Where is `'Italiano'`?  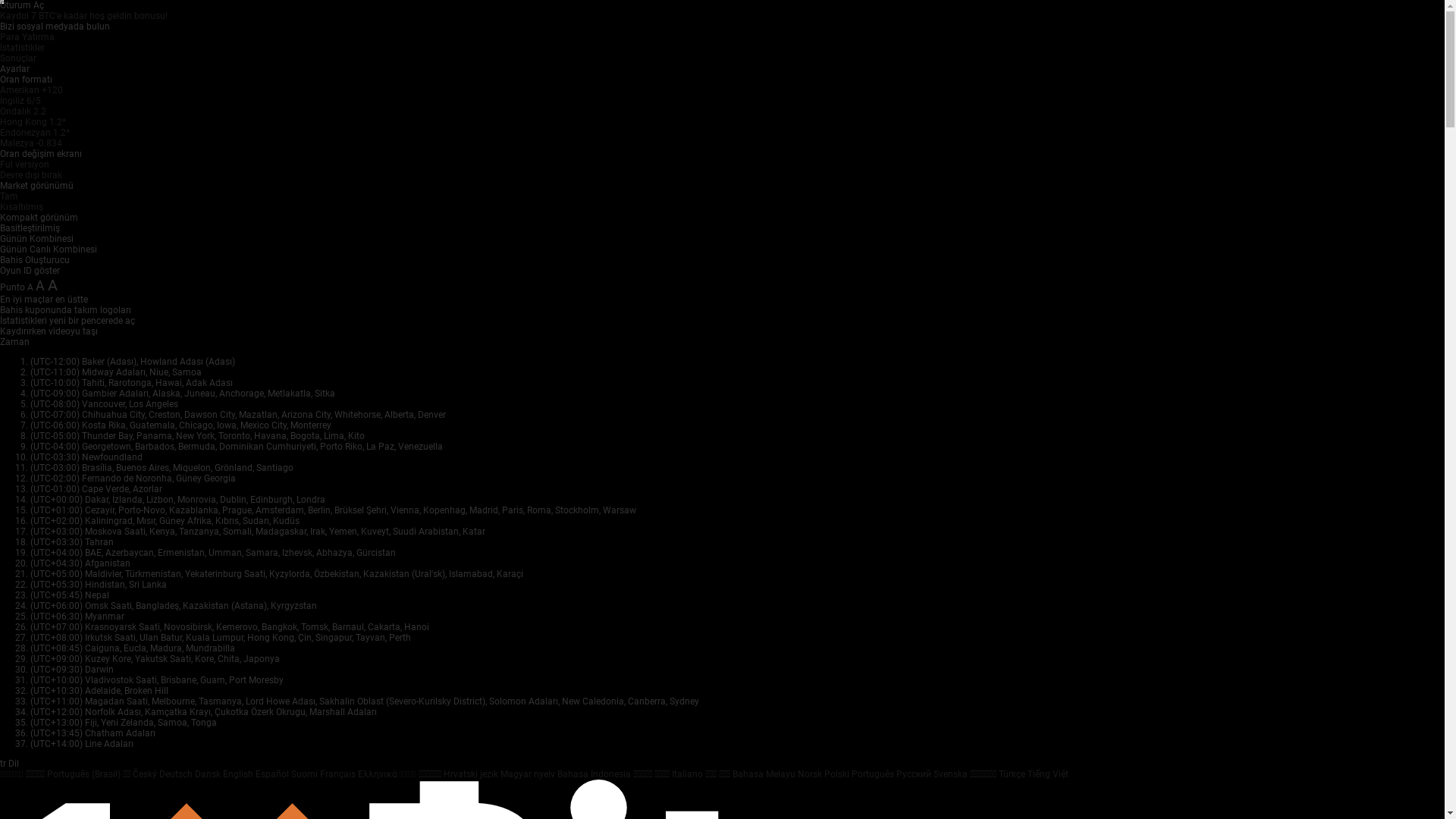 'Italiano' is located at coordinates (687, 774).